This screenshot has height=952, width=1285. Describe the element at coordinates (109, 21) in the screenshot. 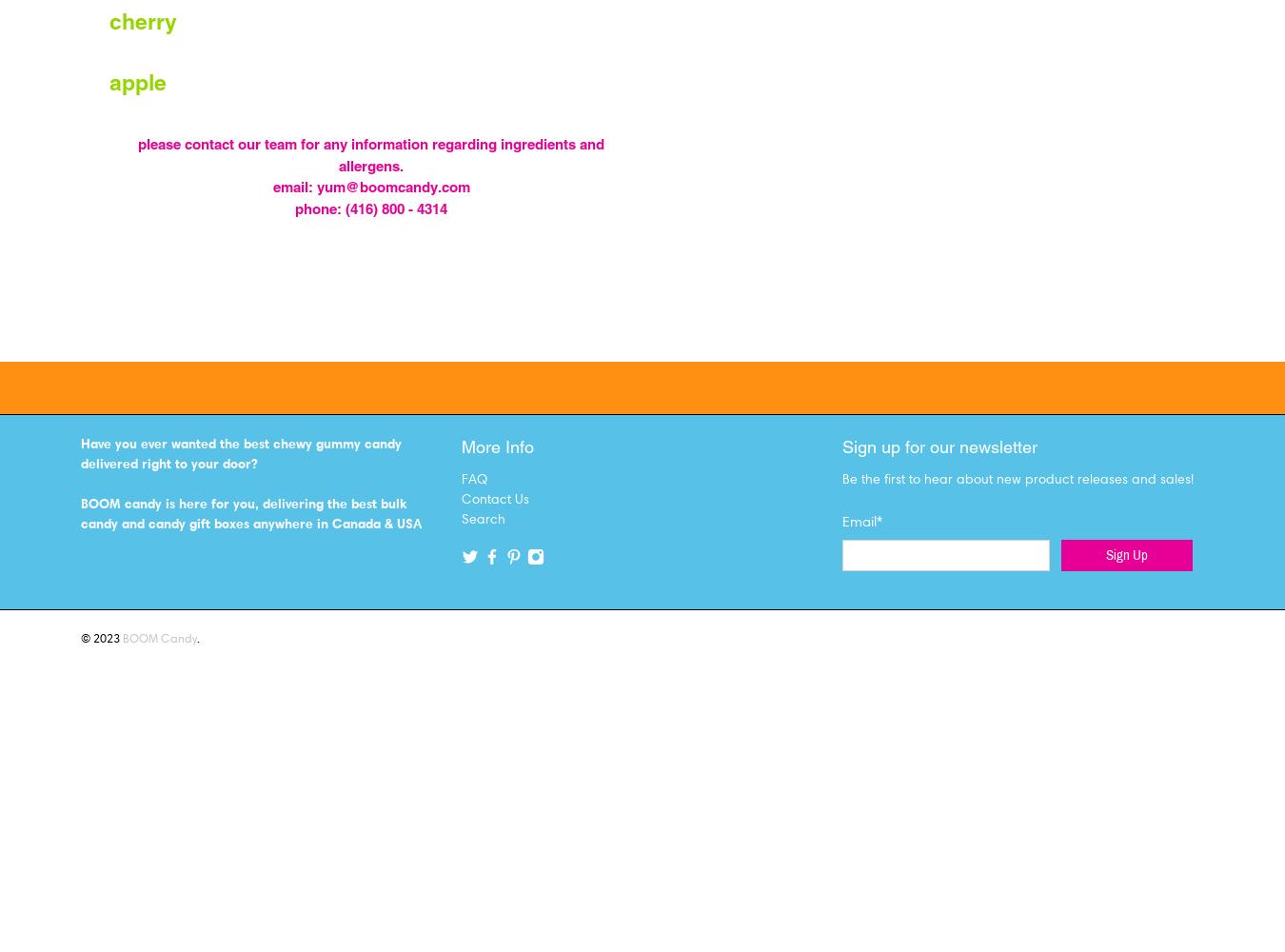

I see `'cherry'` at that location.